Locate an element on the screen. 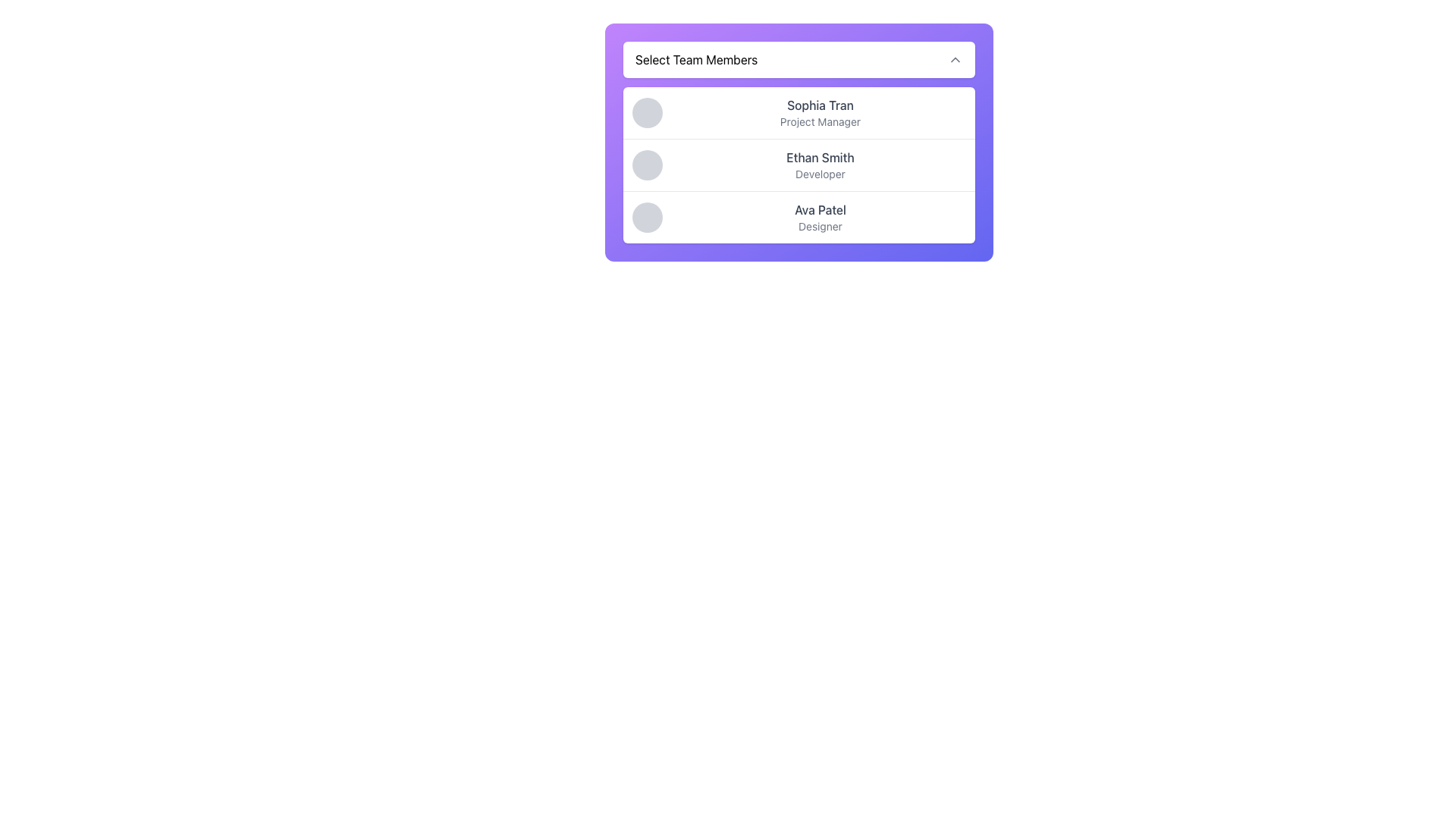 The width and height of the screenshot is (1456, 819). the list item displaying 'Ava Patel', the third entry in the user list is located at coordinates (819, 217).